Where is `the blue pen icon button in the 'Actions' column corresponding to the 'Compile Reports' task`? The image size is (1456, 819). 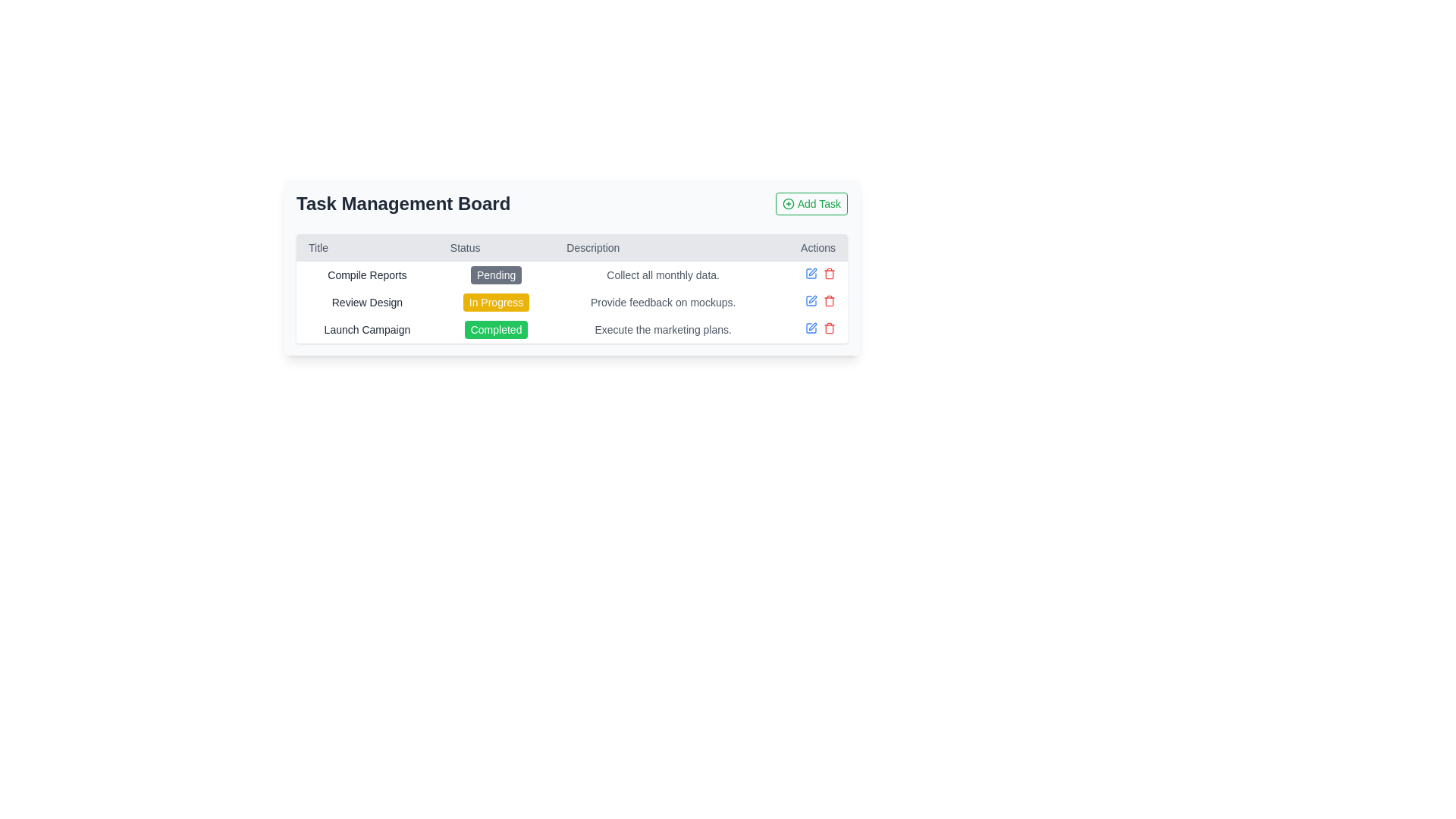
the blue pen icon button in the 'Actions' column corresponding to the 'Compile Reports' task is located at coordinates (811, 274).